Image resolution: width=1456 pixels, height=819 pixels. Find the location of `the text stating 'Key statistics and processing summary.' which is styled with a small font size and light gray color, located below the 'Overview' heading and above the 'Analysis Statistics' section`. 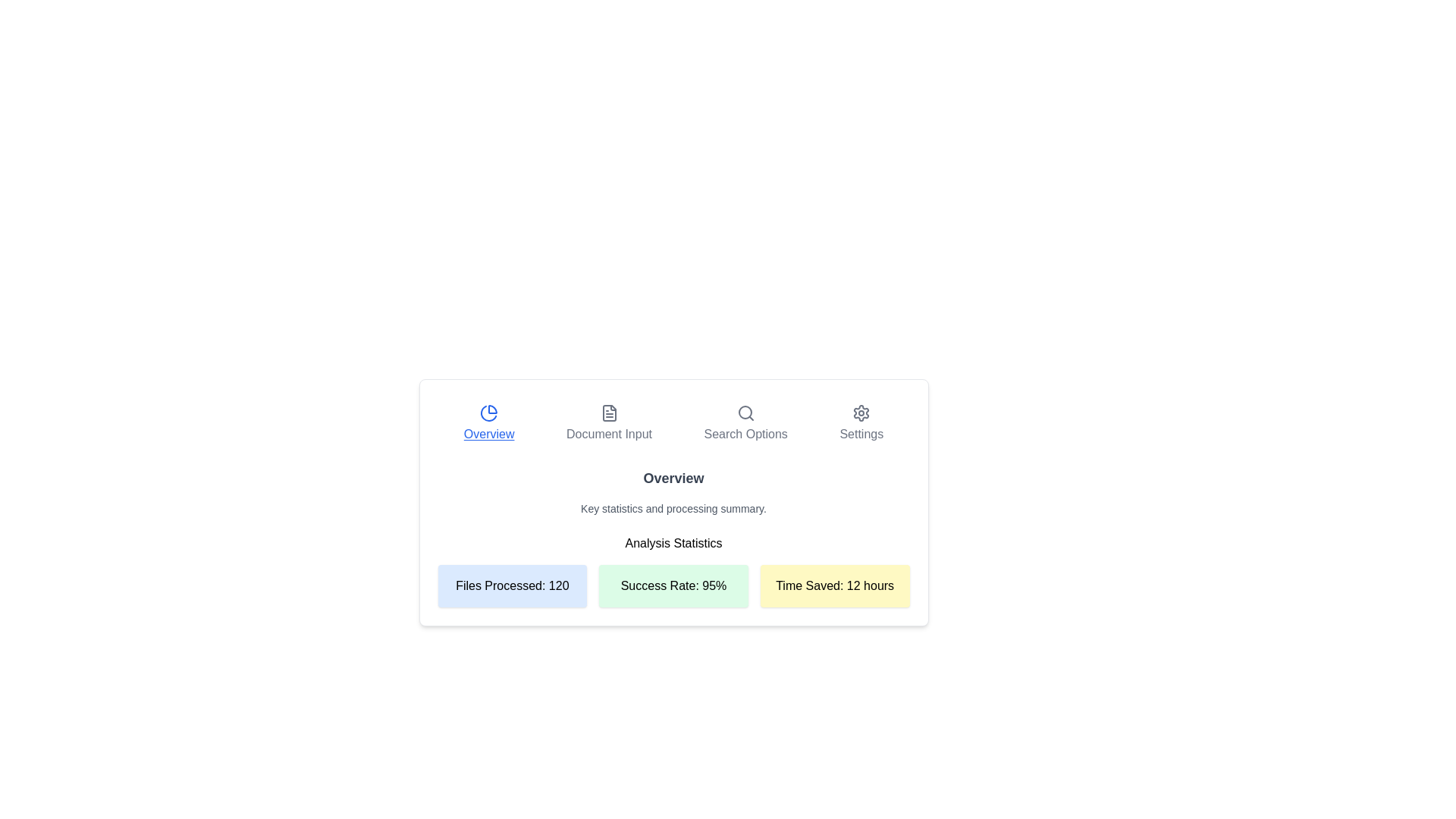

the text stating 'Key statistics and processing summary.' which is styled with a small font size and light gray color, located below the 'Overview' heading and above the 'Analysis Statistics' section is located at coordinates (673, 509).